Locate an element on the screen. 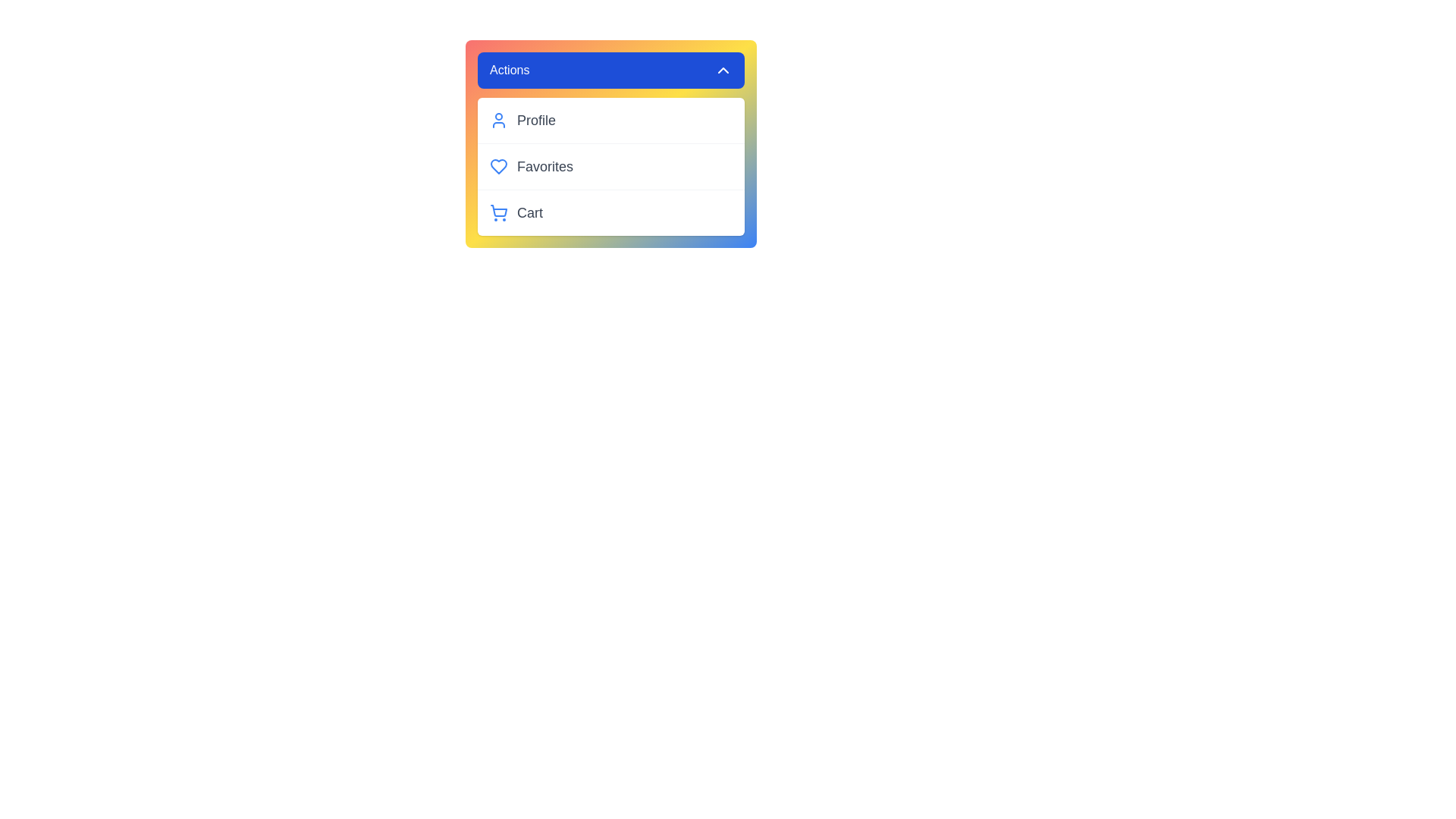  the chevron-up icon, which is located in the top-right corner of the 'Actions' button, styled with a thin stroke and a solid blue background is located at coordinates (723, 70).